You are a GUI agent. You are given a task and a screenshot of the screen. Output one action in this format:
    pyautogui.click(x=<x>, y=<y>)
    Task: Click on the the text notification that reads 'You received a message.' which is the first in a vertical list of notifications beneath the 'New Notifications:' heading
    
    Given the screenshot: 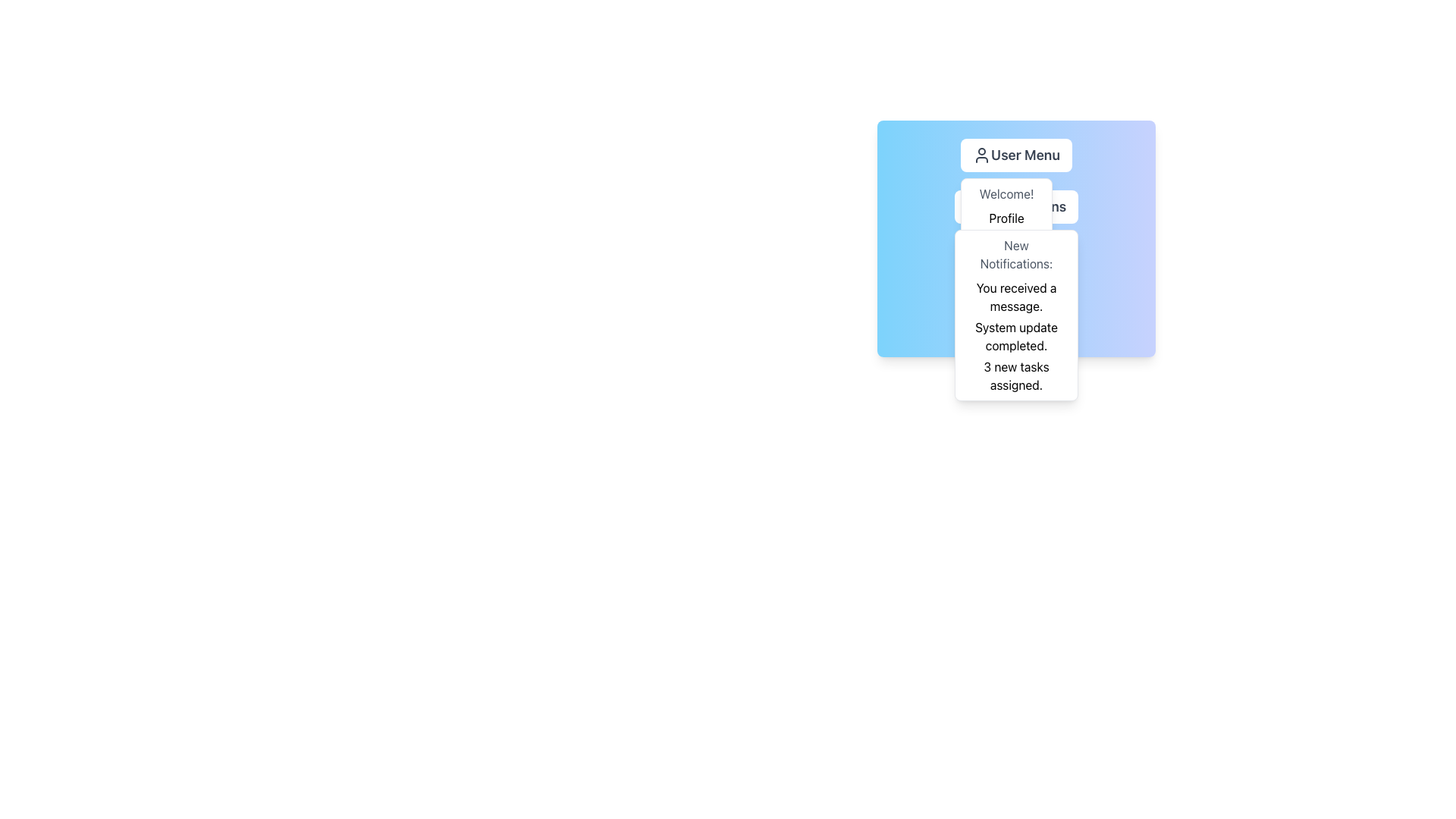 What is the action you would take?
    pyautogui.click(x=1016, y=297)
    